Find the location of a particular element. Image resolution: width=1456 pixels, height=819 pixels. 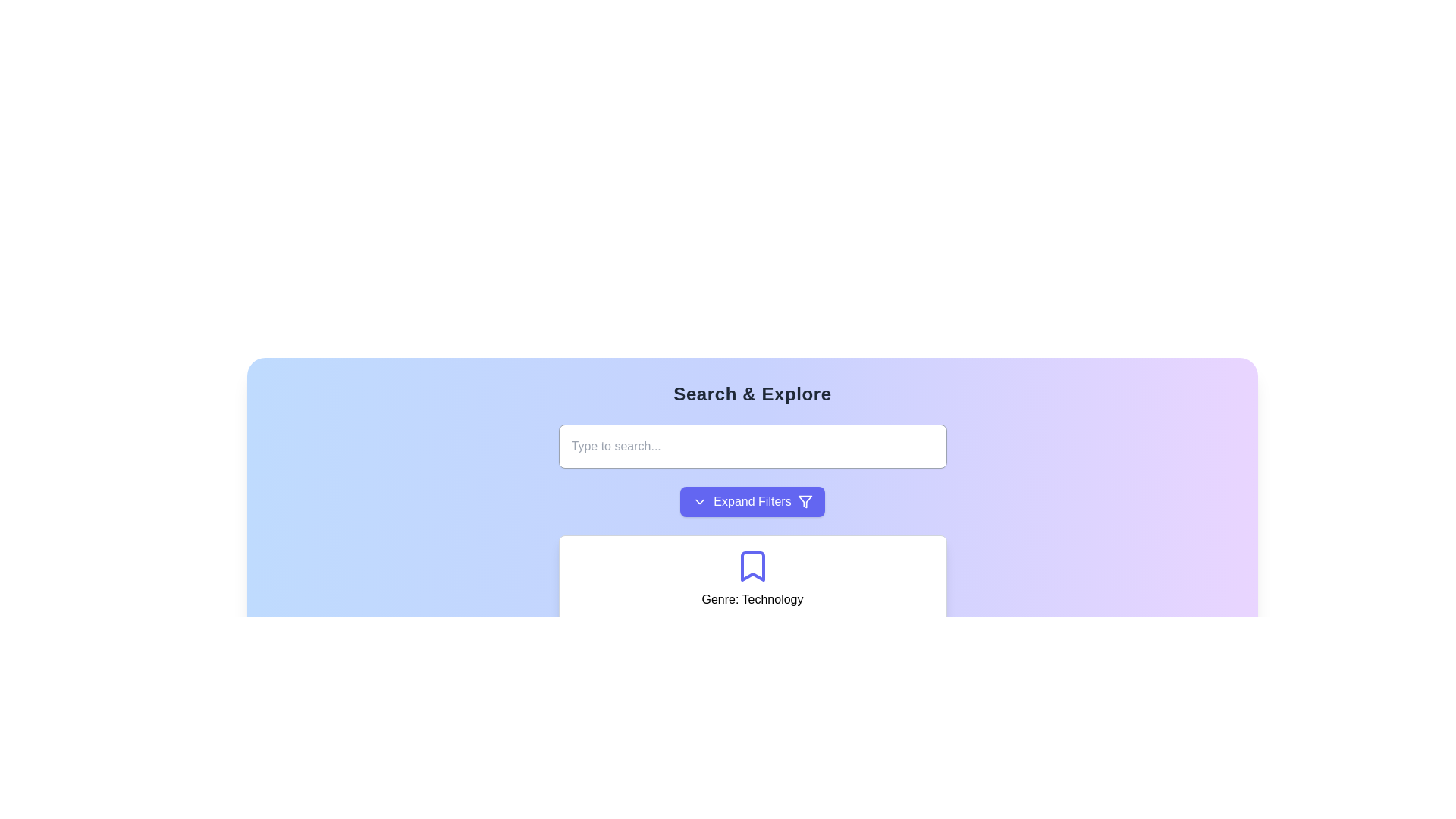

the filtering function icon located to the left of the 'Expand Filters' button text label is located at coordinates (804, 502).